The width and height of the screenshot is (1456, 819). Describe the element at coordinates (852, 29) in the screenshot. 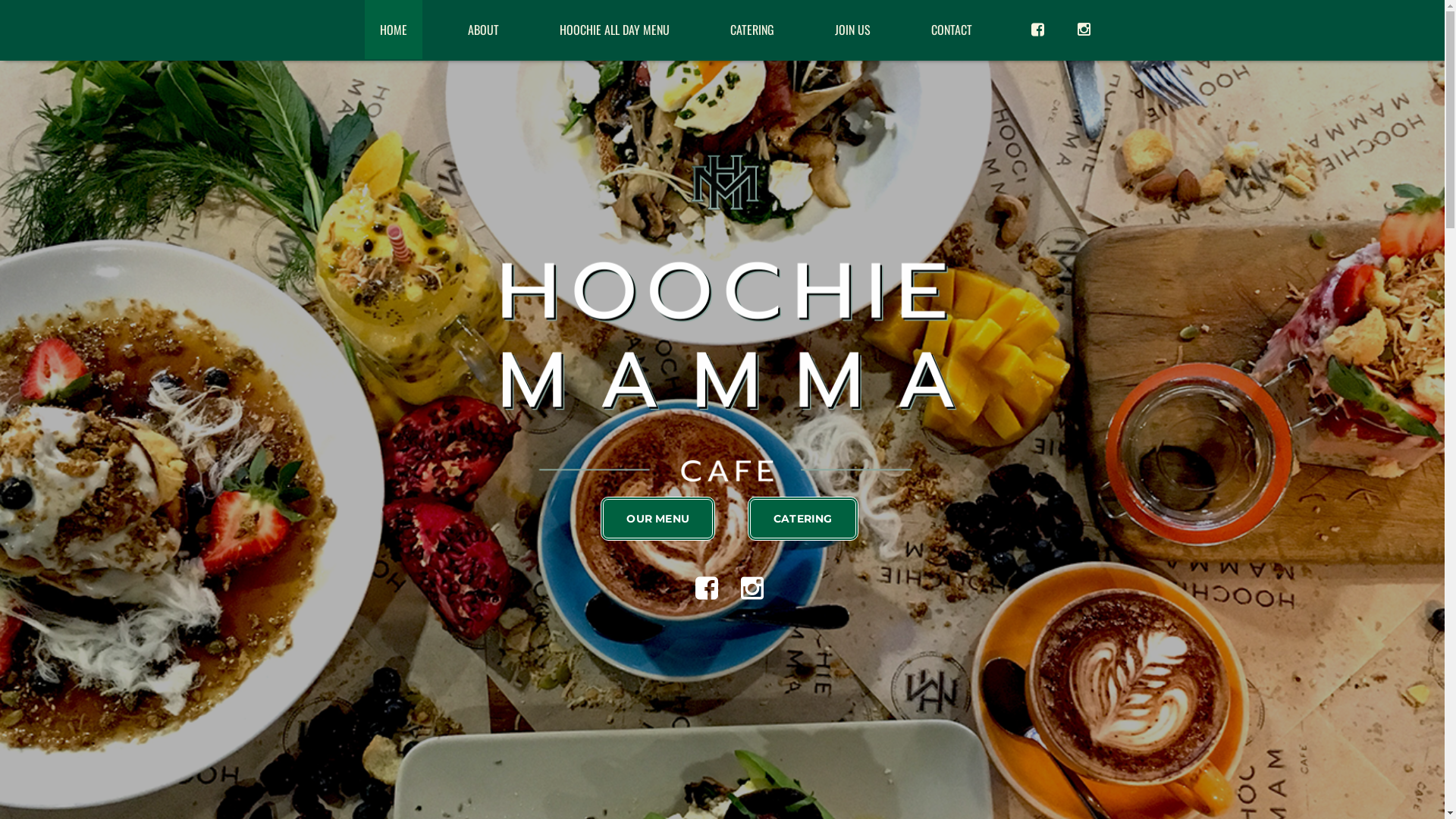

I see `'JOIN US'` at that location.